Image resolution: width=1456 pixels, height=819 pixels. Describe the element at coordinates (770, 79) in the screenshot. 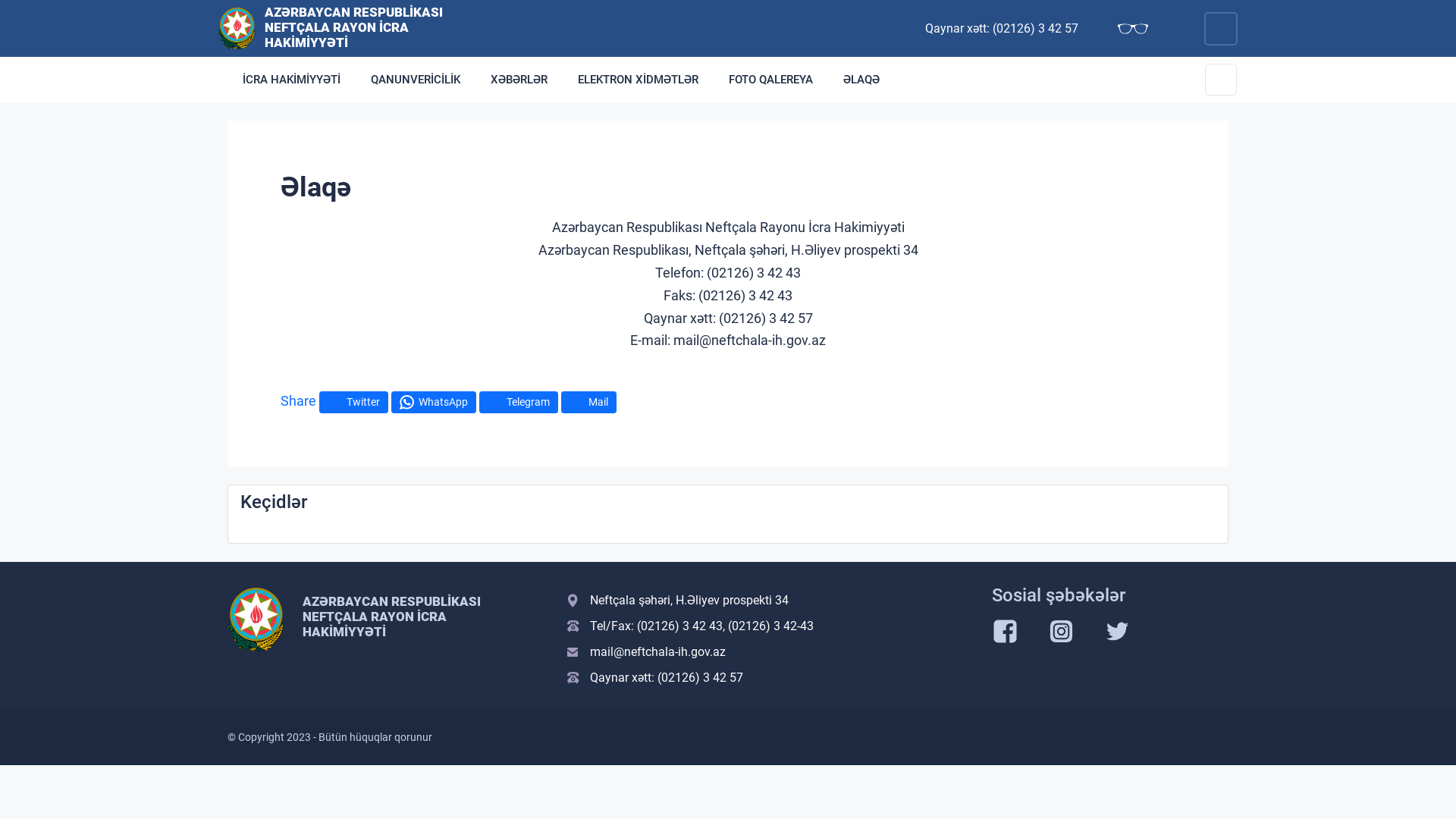

I see `'FOTO QALEREYA'` at that location.